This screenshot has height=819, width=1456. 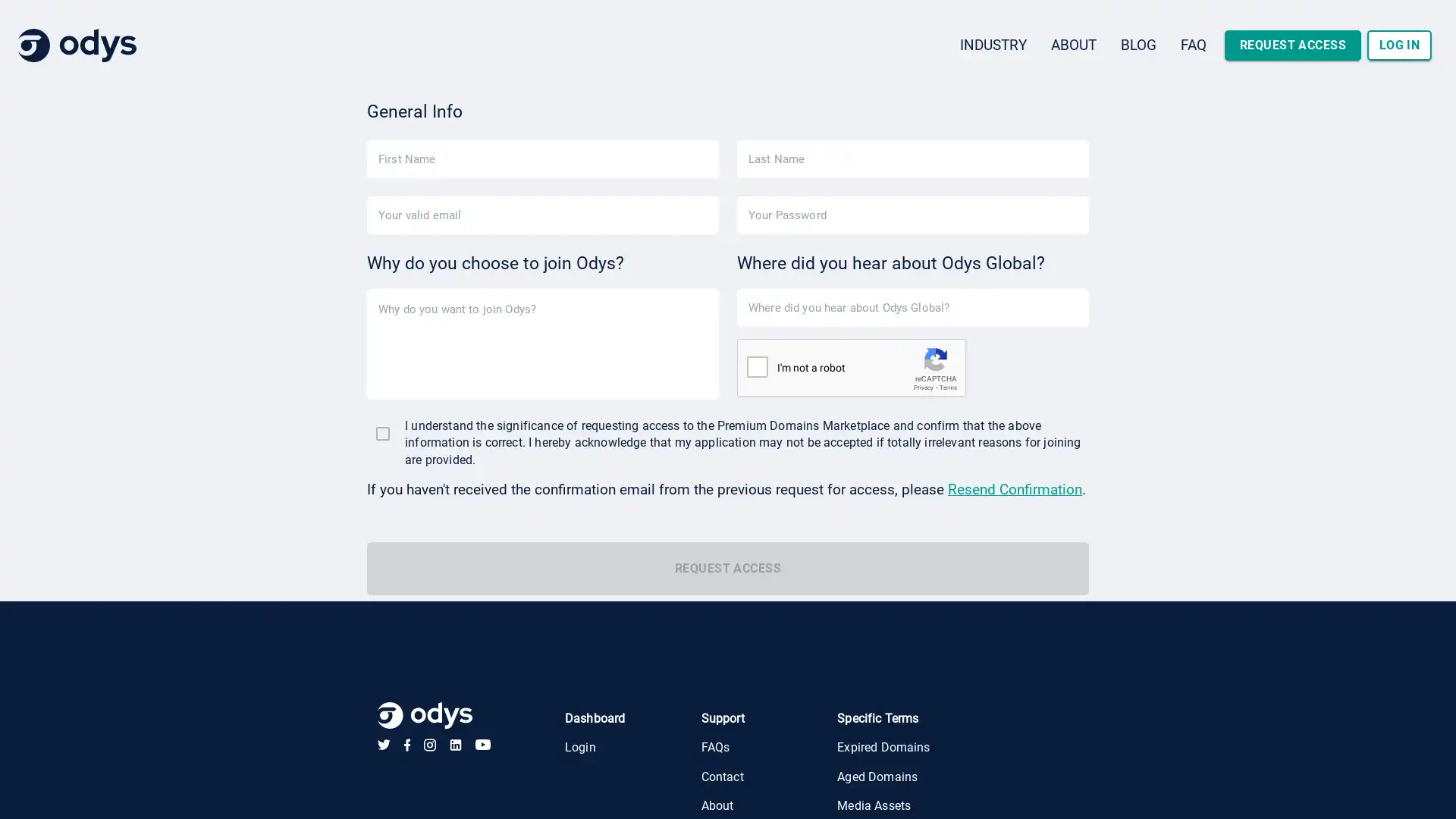 I want to click on LOG IN, so click(x=1398, y=45).